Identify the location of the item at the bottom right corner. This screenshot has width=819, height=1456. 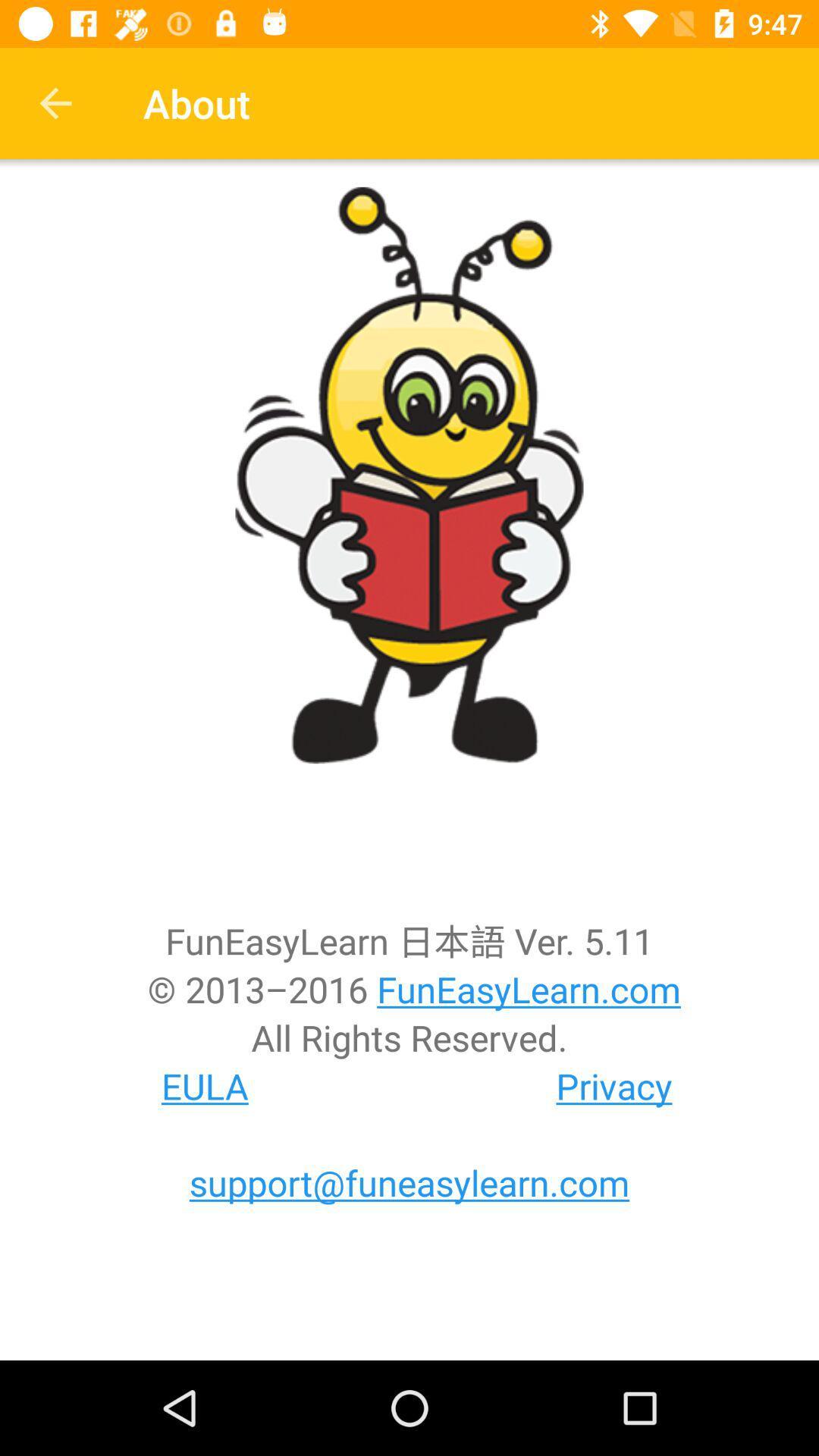
(614, 1085).